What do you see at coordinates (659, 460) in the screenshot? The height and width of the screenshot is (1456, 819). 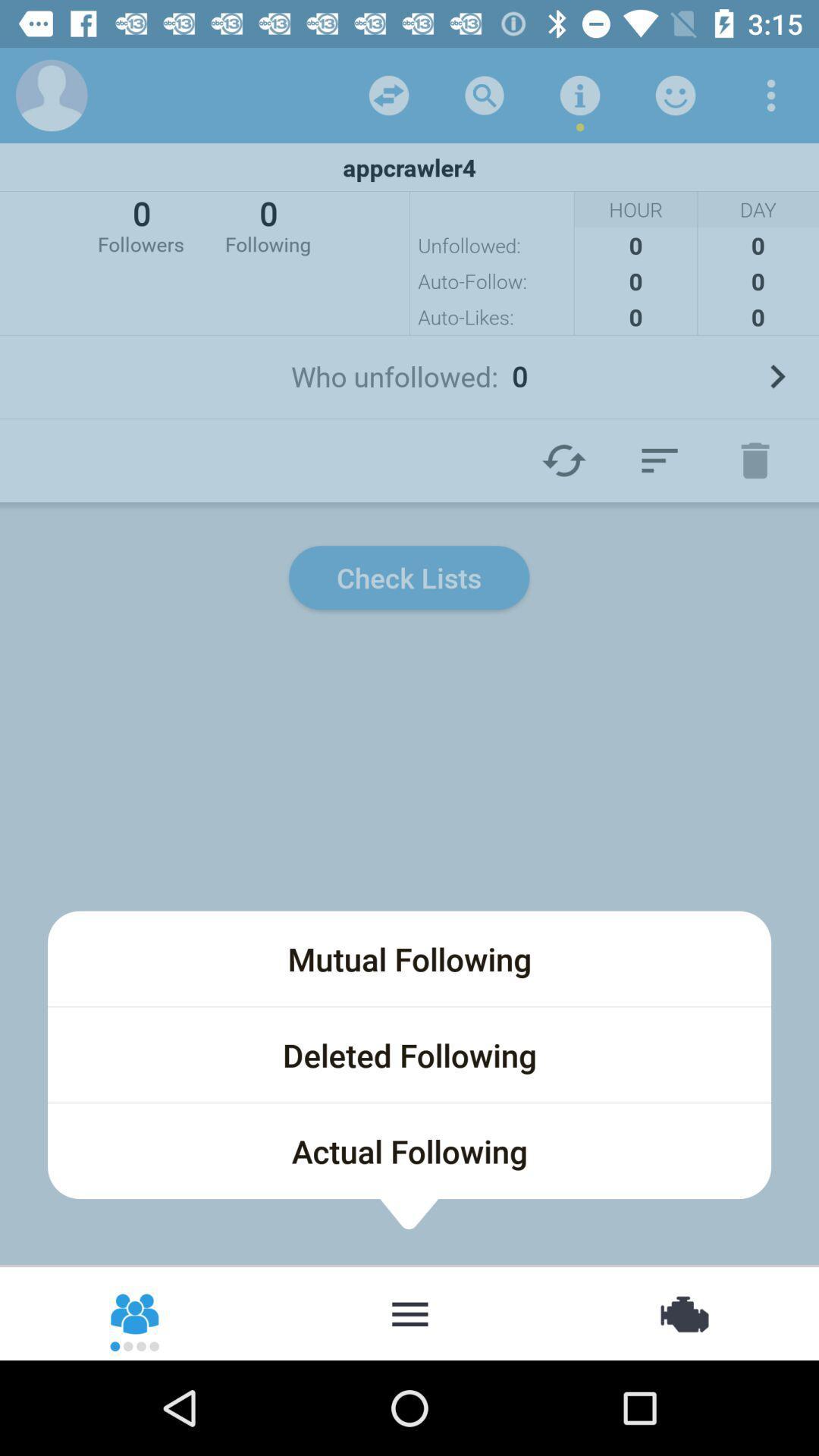 I see `follow` at bounding box center [659, 460].